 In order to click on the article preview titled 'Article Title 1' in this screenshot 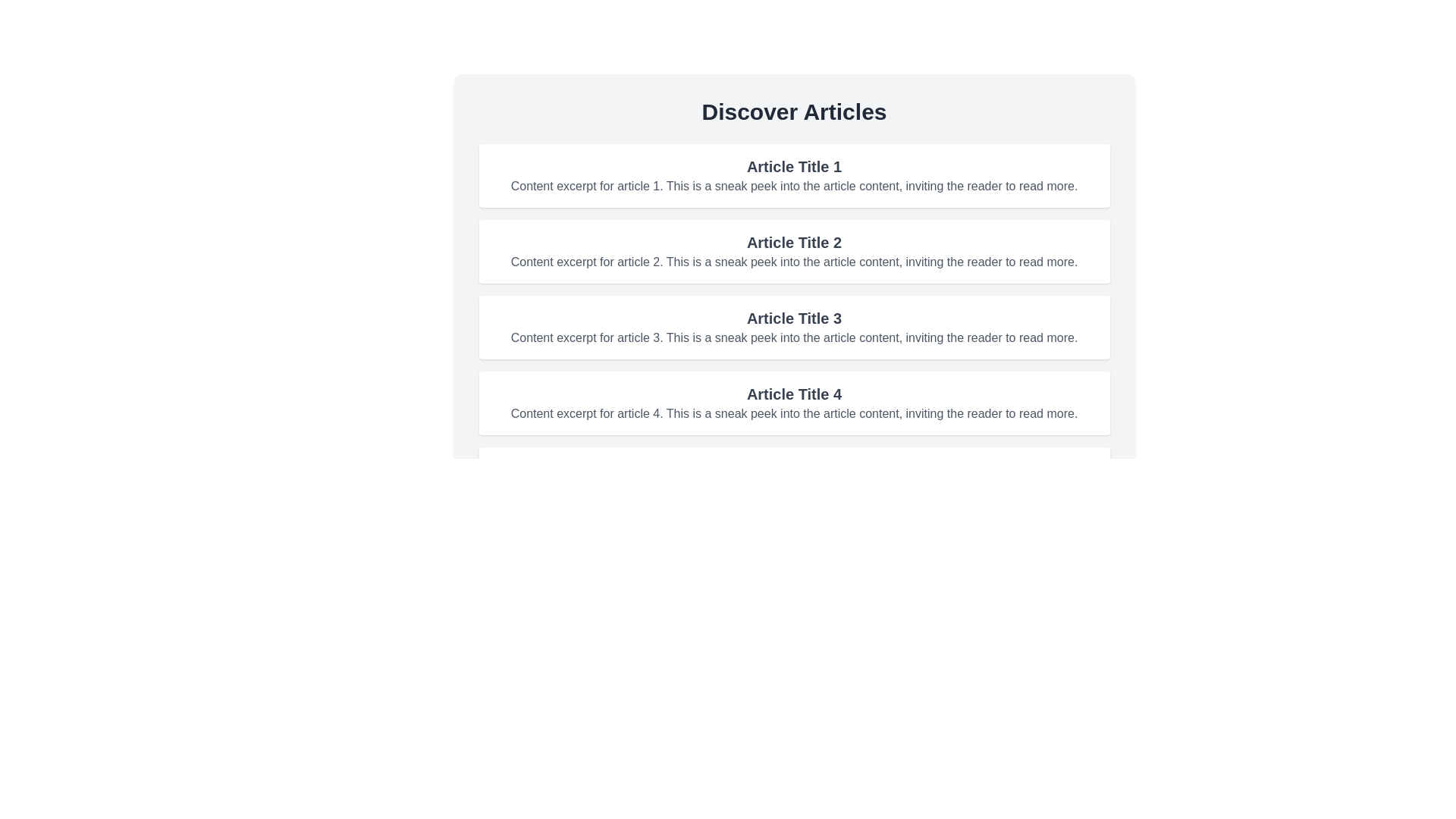, I will do `click(793, 174)`.